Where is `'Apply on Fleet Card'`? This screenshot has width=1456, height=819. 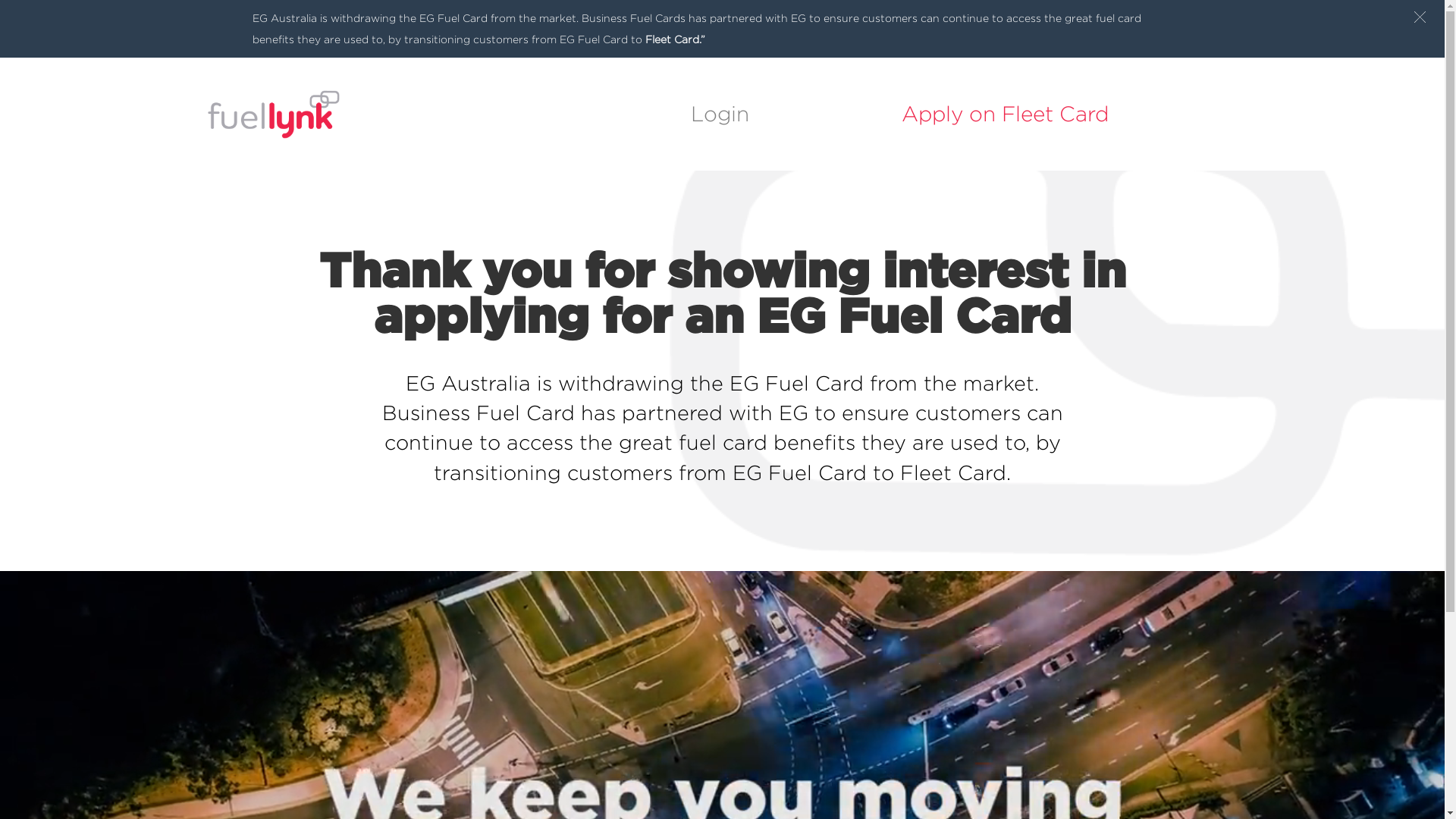 'Apply on Fleet Card' is located at coordinates (1005, 113).